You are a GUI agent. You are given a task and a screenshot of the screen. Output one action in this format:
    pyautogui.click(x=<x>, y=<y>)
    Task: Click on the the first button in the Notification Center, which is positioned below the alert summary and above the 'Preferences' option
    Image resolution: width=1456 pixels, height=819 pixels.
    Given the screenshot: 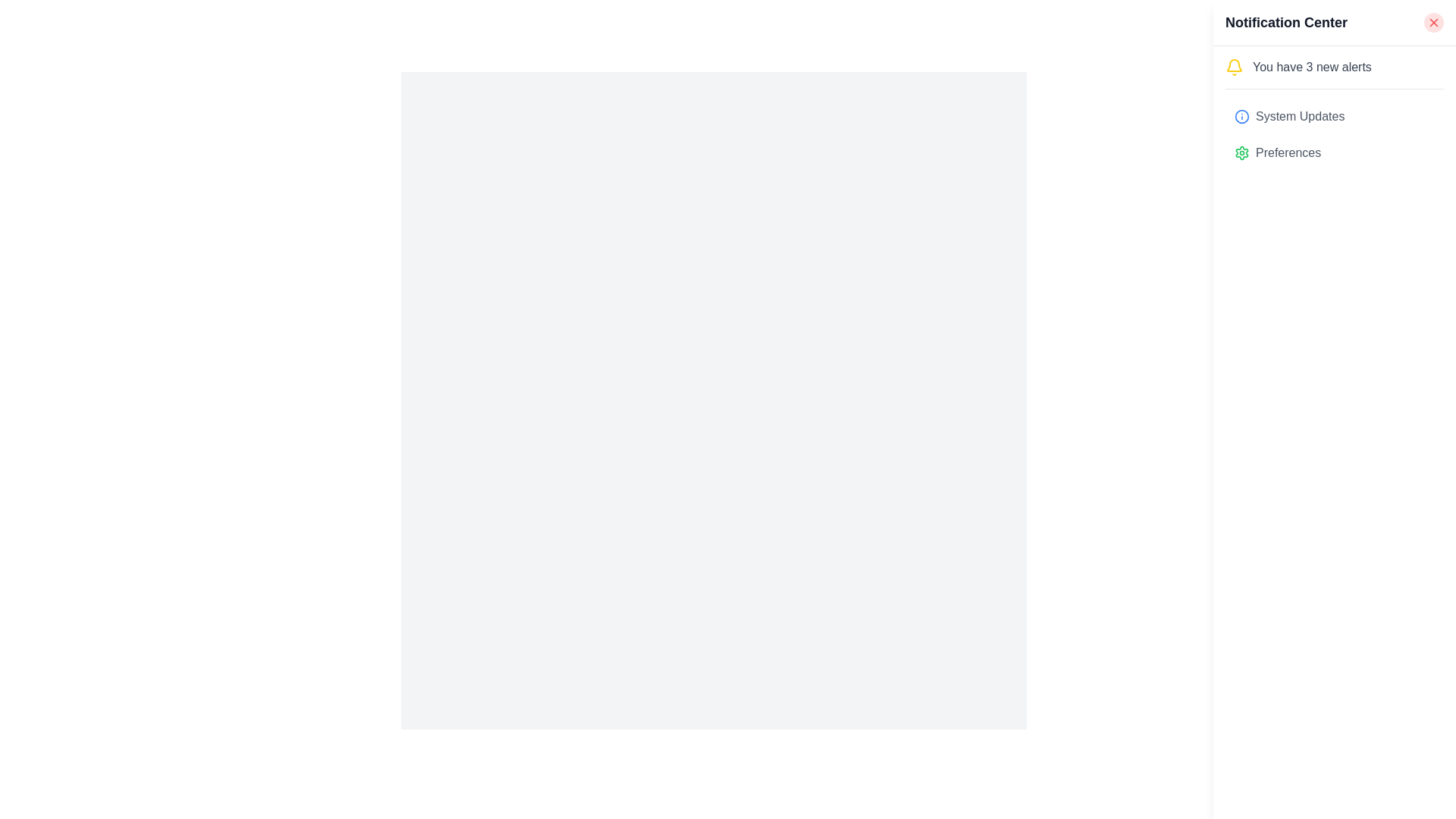 What is the action you would take?
    pyautogui.click(x=1335, y=116)
    